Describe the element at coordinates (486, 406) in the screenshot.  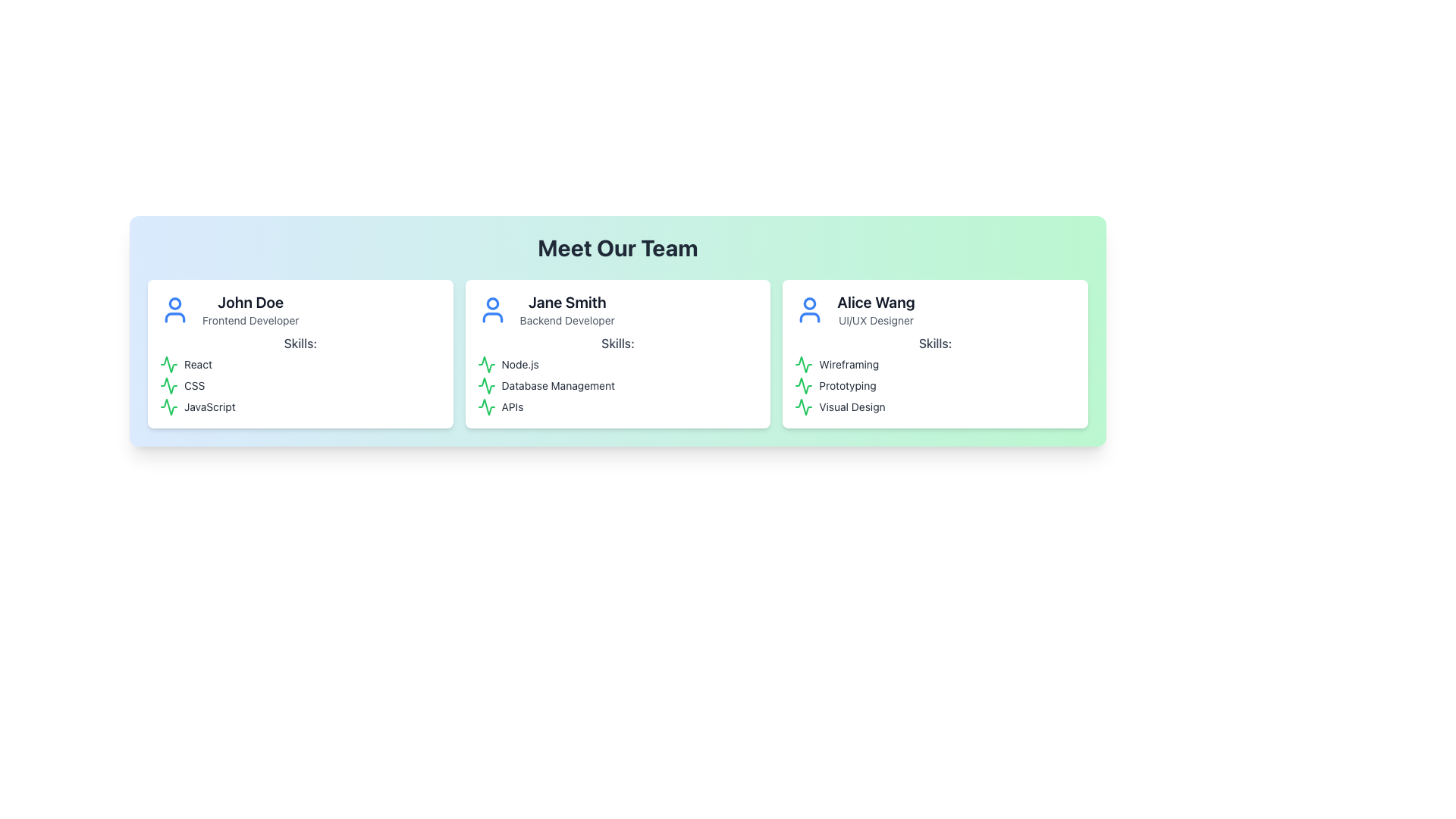
I see `the green waveform icon located to the left of the 'APIs' text in the skills section of Jane Smith's profile` at that location.